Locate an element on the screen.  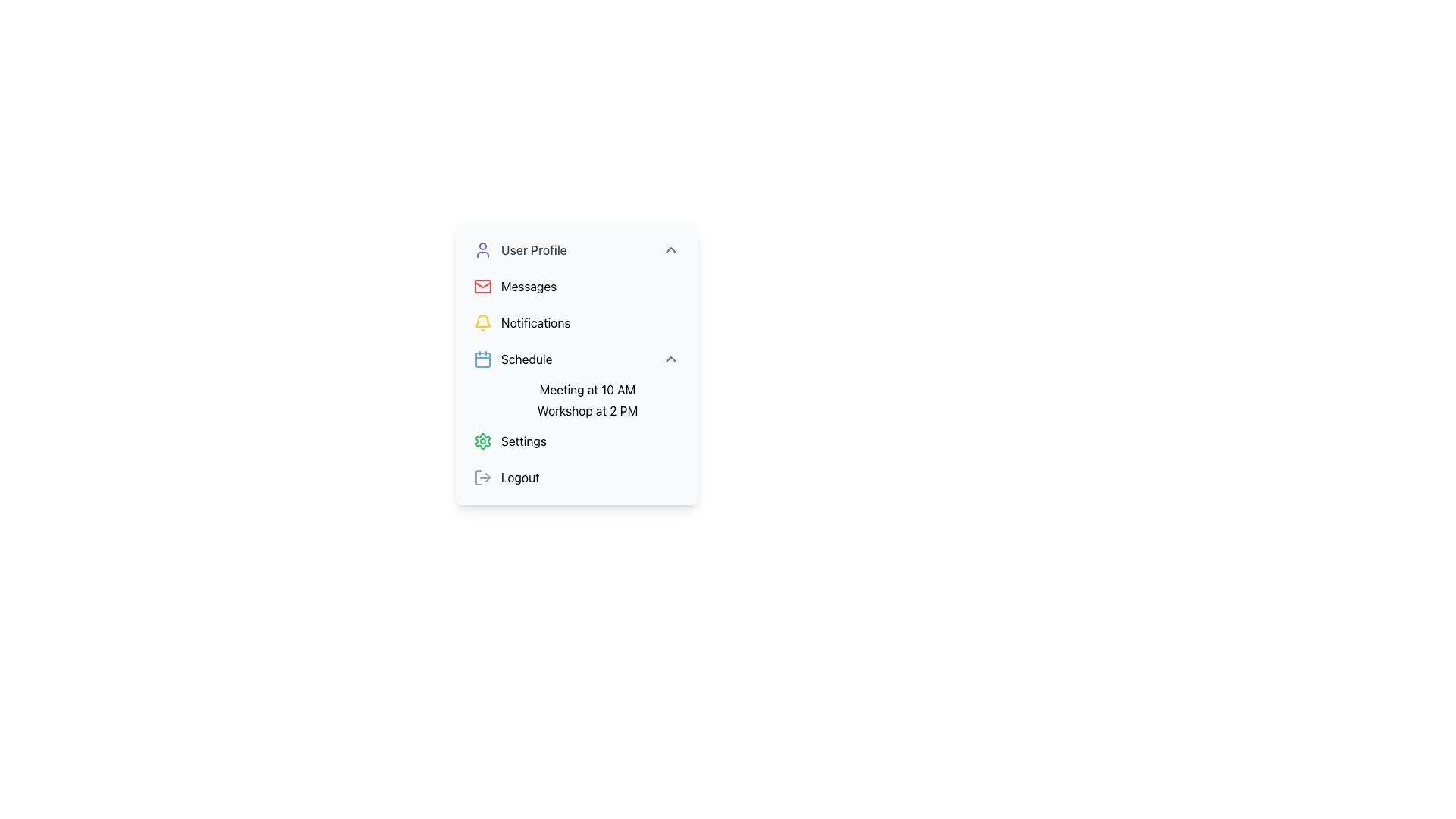
the logout icon, which is a gray minimal line design located to the left of the 'Logout' label at the bottom of the menu is located at coordinates (482, 476).